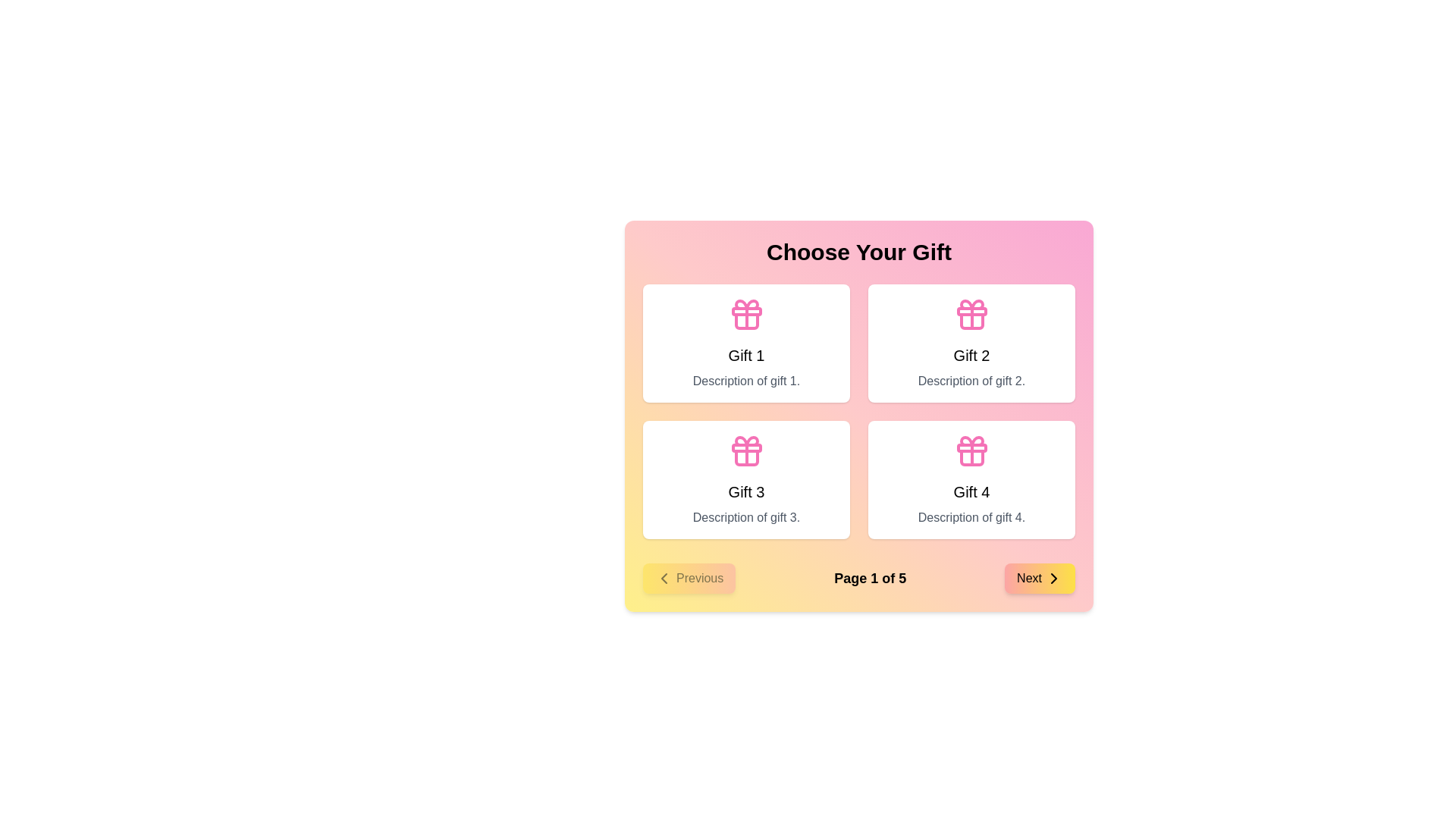 The image size is (1456, 819). Describe the element at coordinates (971, 447) in the screenshot. I see `the horizontal rectangular bar located at the top section of the pink outlined gift box icon with rounded corners` at that location.